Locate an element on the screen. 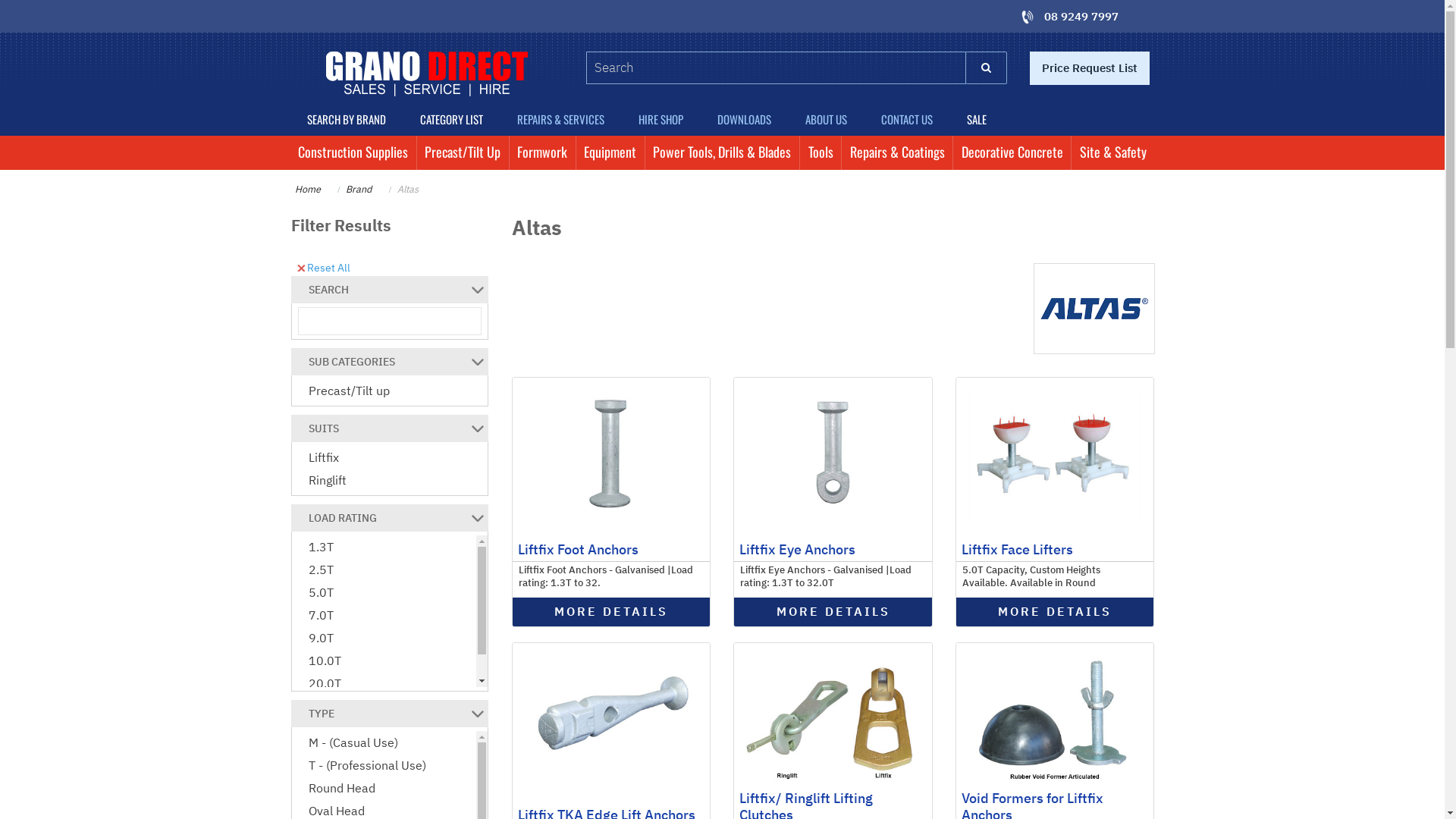 The height and width of the screenshot is (819, 1456). 'ABOUT US' is located at coordinates (825, 119).